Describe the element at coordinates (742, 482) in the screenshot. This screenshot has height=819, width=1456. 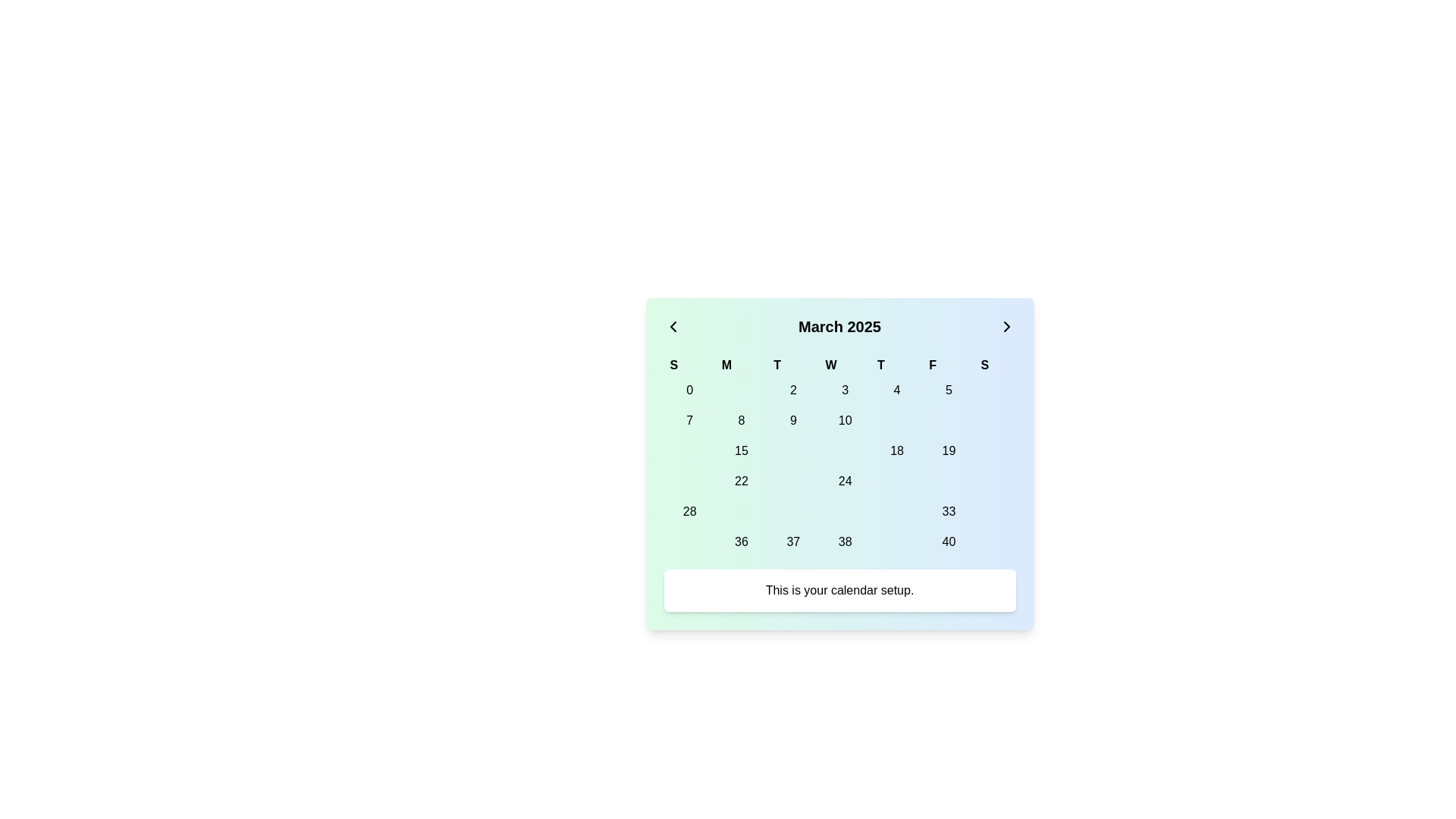
I see `the number '22' in the calendar interface` at that location.